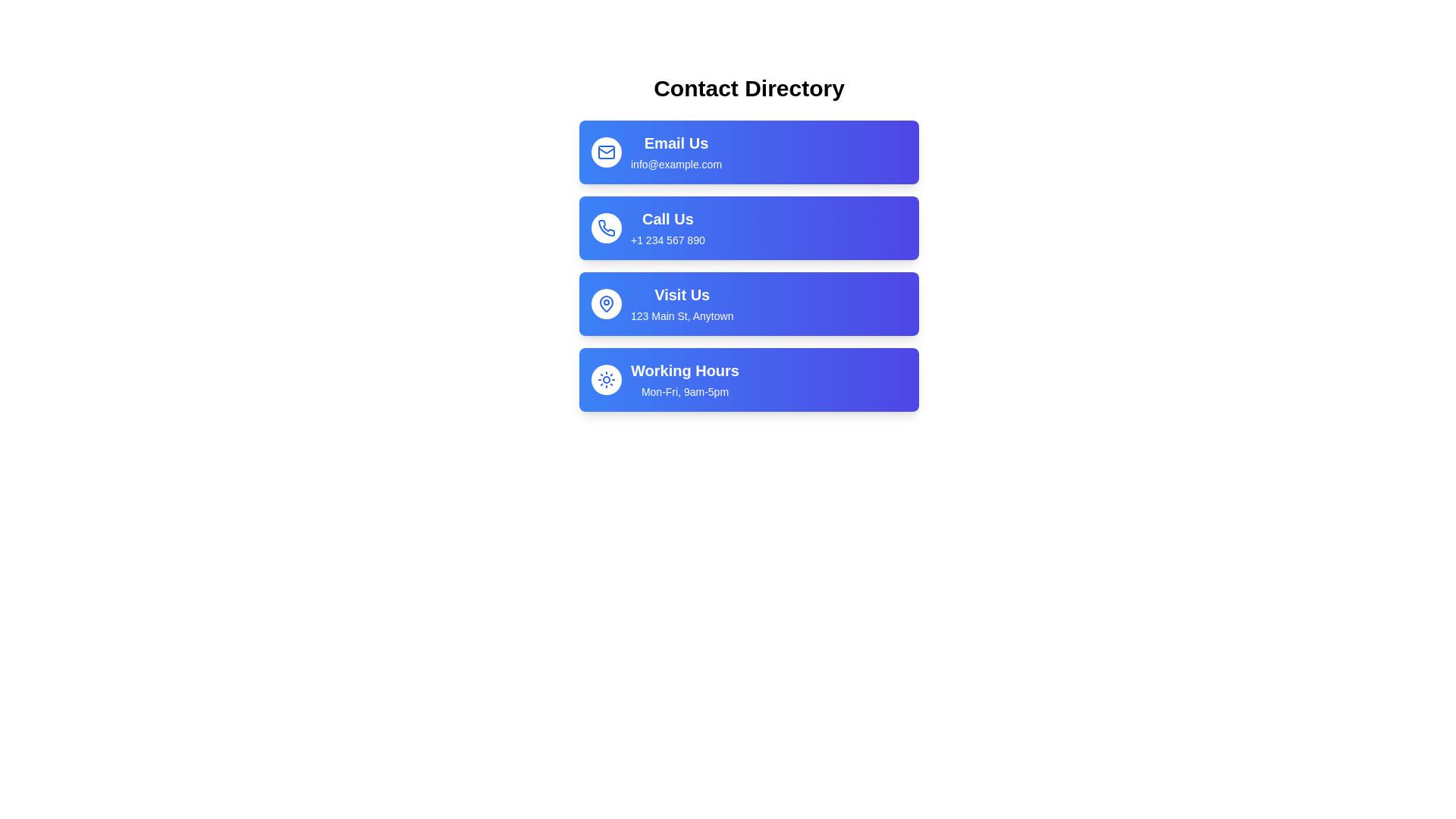 The height and width of the screenshot is (819, 1456). I want to click on the second Card element in the 'Contact Directory' section that provides contact information for phone communication, so click(749, 227).